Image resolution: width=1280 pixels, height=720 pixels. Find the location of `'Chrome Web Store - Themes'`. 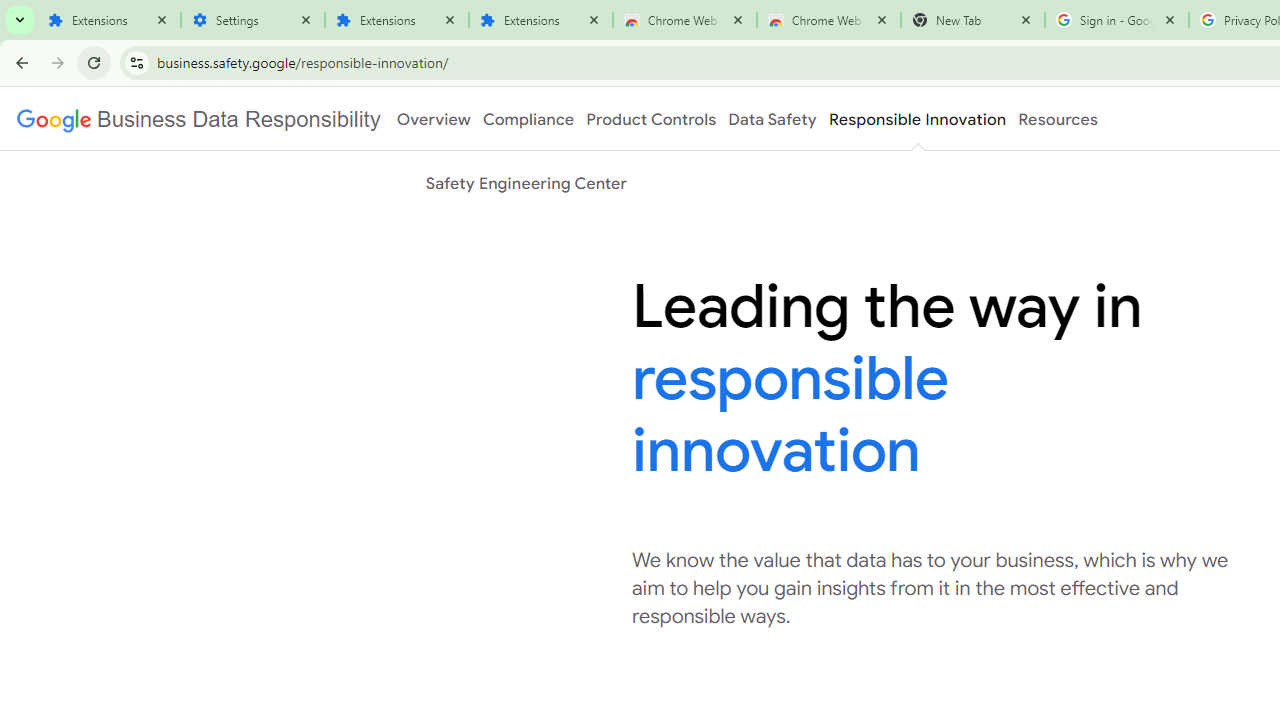

'Chrome Web Store - Themes' is located at coordinates (828, 20).